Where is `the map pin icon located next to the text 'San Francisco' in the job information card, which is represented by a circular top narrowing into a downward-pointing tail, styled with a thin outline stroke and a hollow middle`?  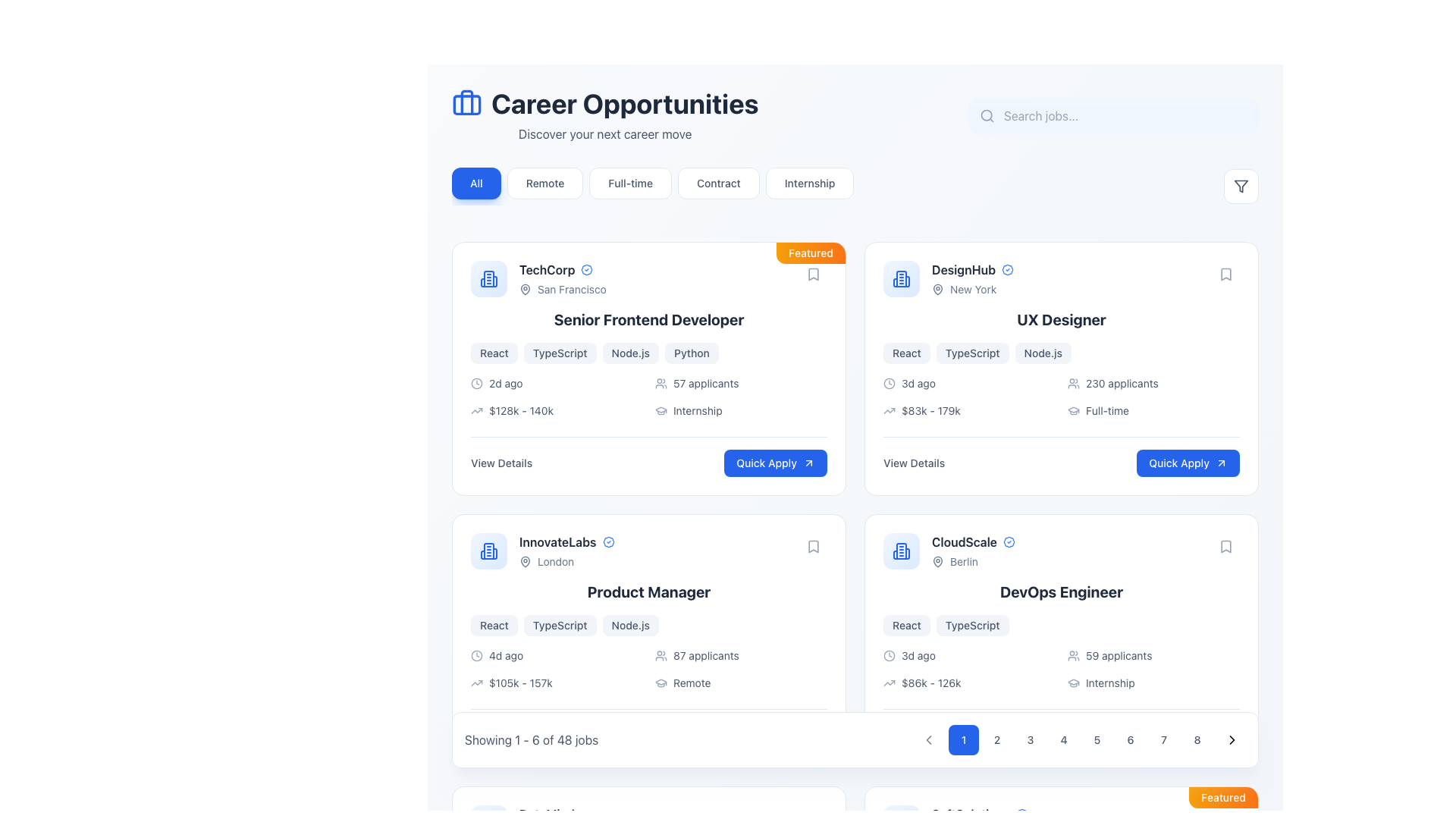
the map pin icon located next to the text 'San Francisco' in the job information card, which is represented by a circular top narrowing into a downward-pointing tail, styled with a thin outline stroke and a hollow middle is located at coordinates (525, 289).